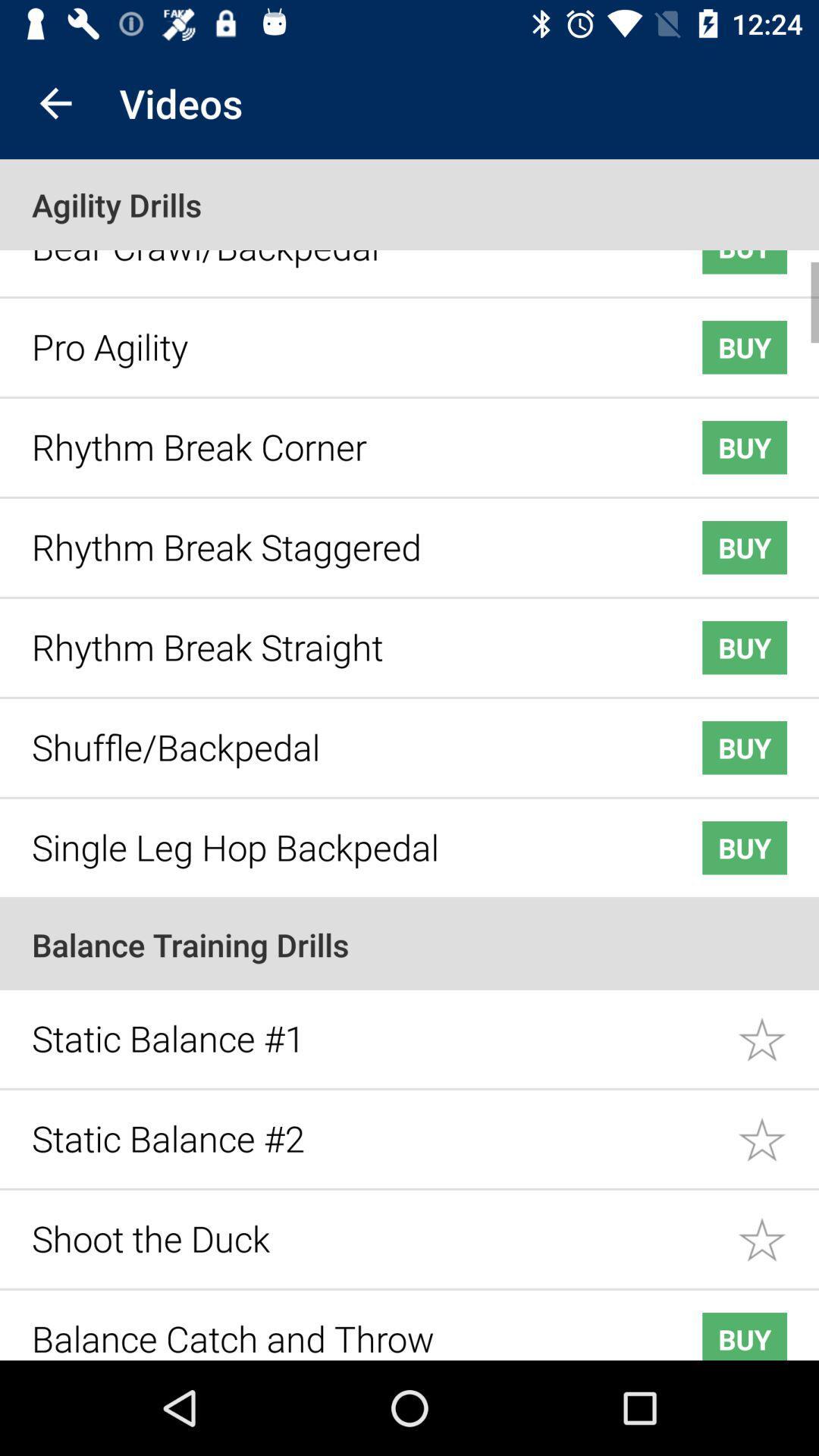 The image size is (819, 1456). What do you see at coordinates (778, 1128) in the screenshot?
I see `static balance 2` at bounding box center [778, 1128].